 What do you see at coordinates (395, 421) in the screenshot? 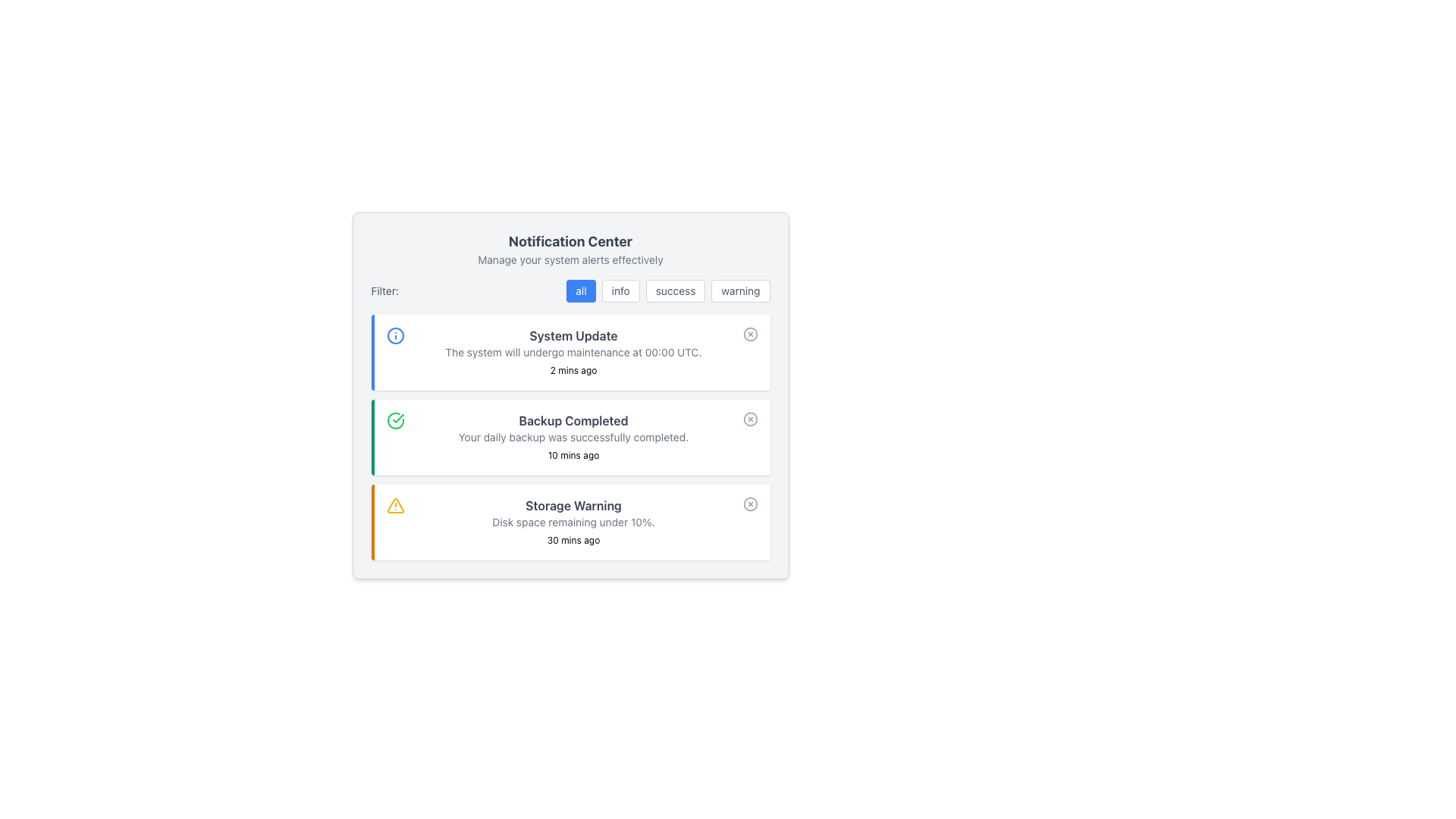
I see `the 'Backup Completed' icon, which visually indicates the successful completion of the backup action and is located at the leftmost side of the notification` at bounding box center [395, 421].